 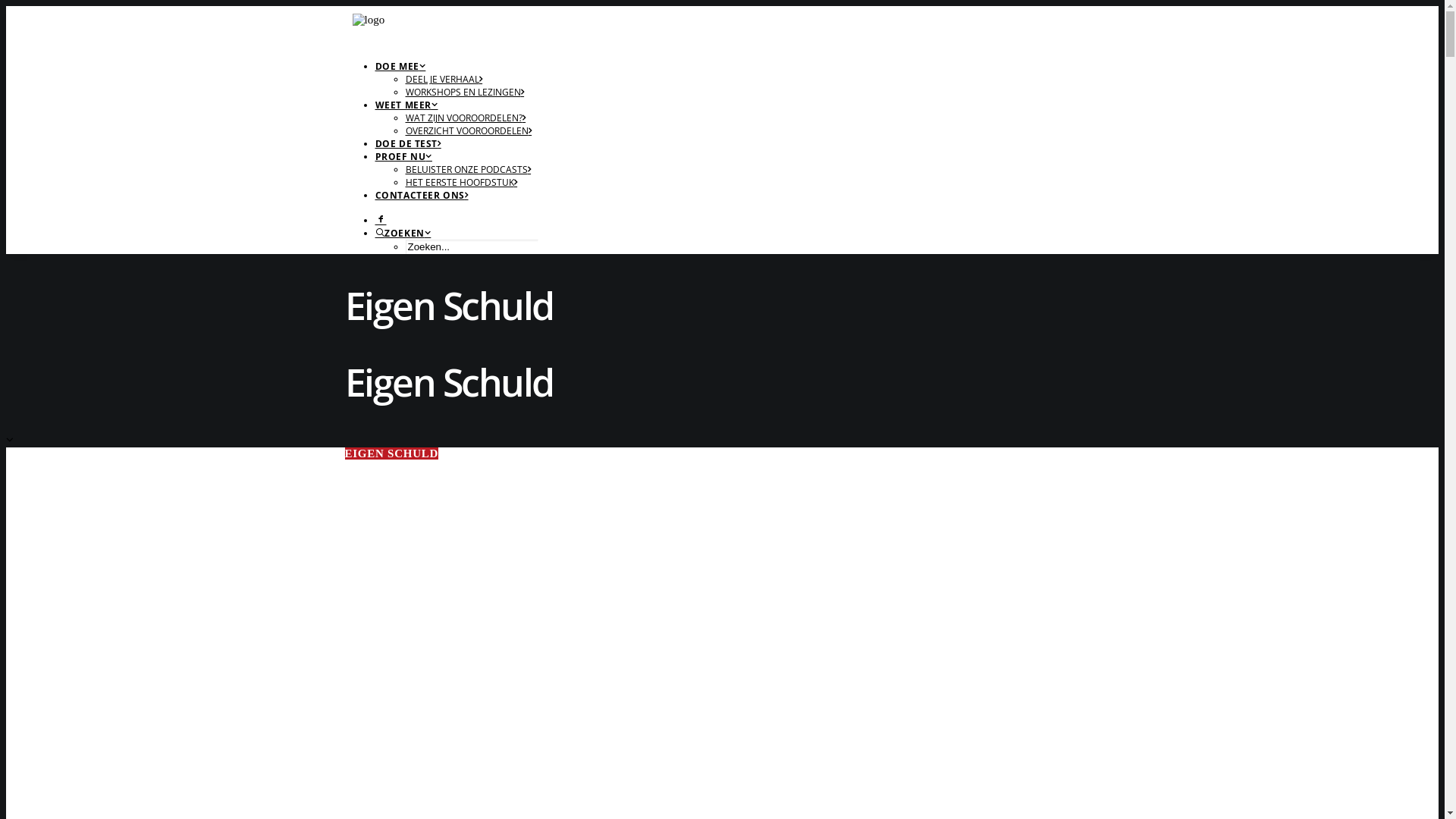 What do you see at coordinates (407, 143) in the screenshot?
I see `'DOE DE TEST'` at bounding box center [407, 143].